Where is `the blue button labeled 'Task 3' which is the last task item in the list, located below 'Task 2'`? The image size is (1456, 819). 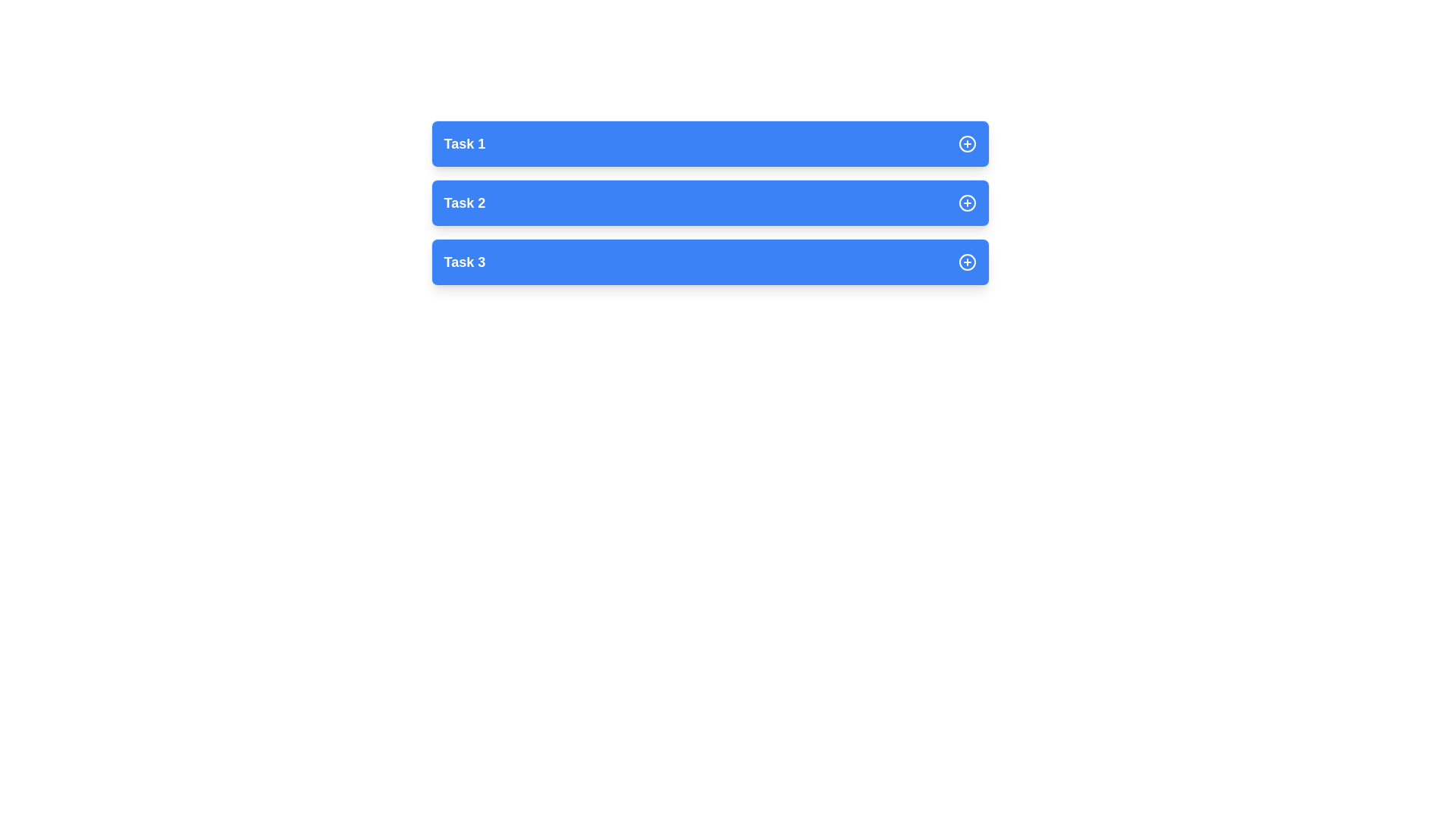
the blue button labeled 'Task 3' which is the last task item in the list, located below 'Task 2' is located at coordinates (709, 262).